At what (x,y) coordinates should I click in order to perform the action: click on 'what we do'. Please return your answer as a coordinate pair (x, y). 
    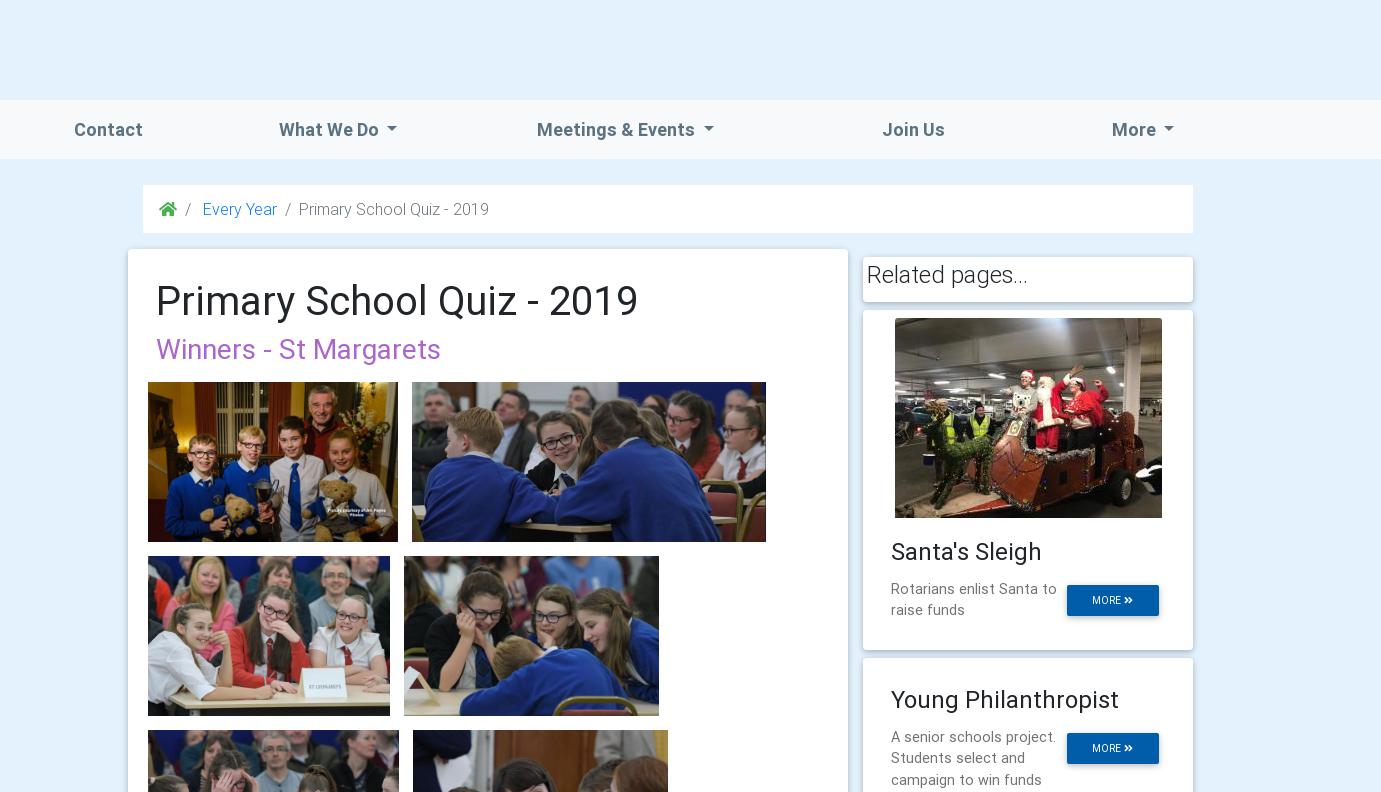
    Looking at the image, I should click on (329, 128).